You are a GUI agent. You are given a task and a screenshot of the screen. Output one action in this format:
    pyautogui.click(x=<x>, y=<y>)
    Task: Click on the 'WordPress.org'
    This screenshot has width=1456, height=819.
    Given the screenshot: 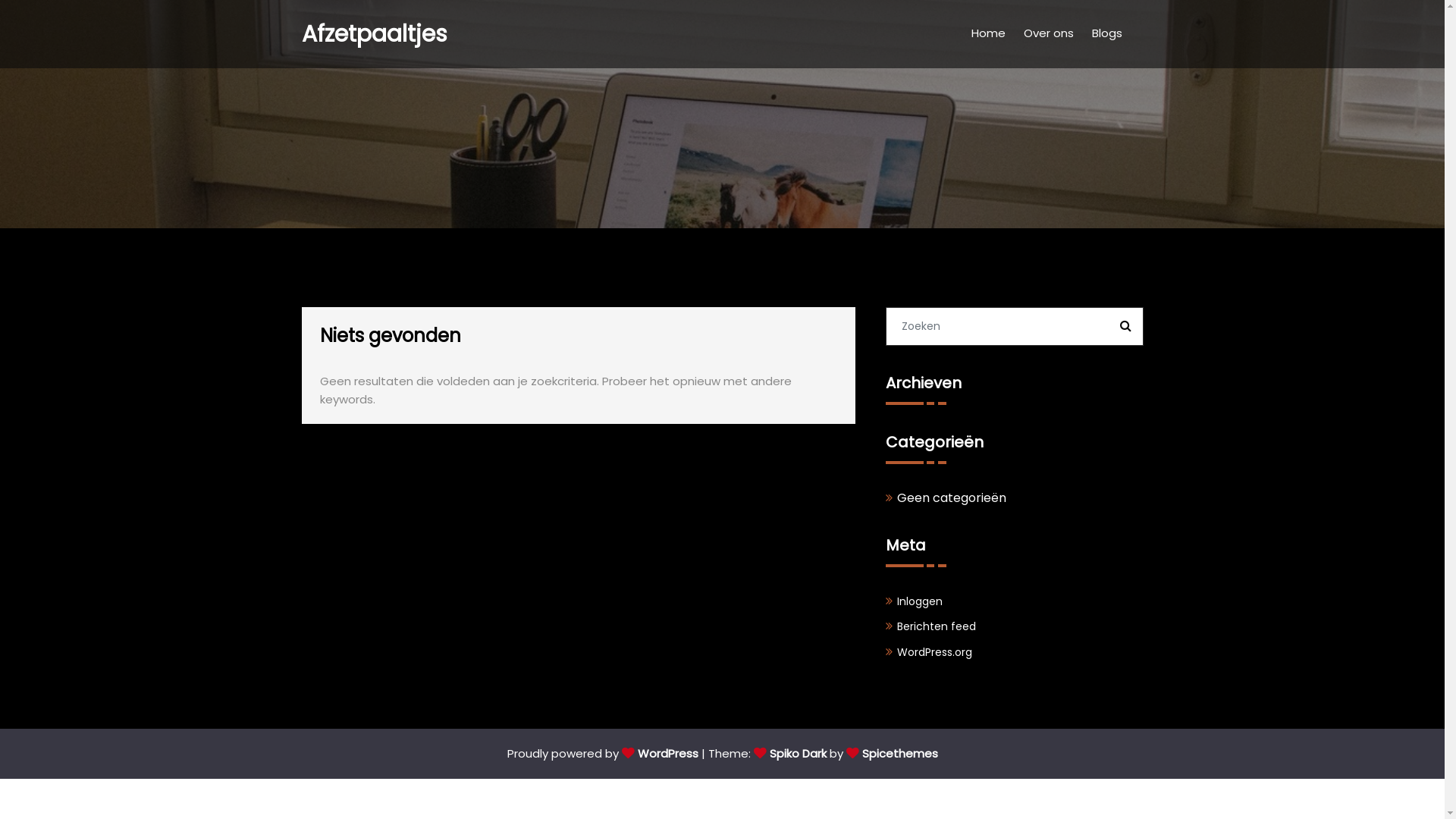 What is the action you would take?
    pyautogui.click(x=933, y=651)
    